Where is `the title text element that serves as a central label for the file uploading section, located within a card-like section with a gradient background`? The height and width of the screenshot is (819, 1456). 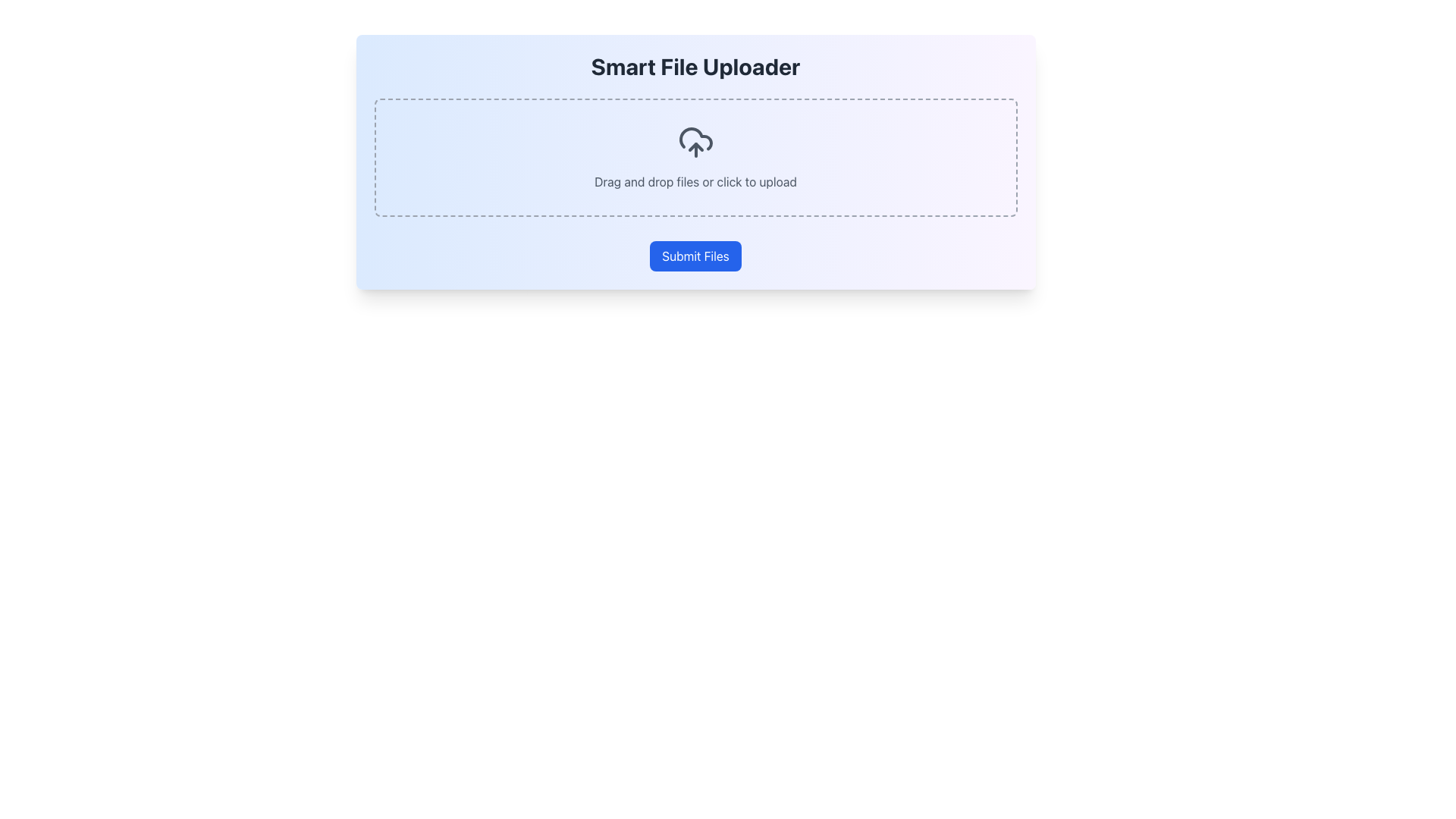
the title text element that serves as a central label for the file uploading section, located within a card-like section with a gradient background is located at coordinates (695, 66).